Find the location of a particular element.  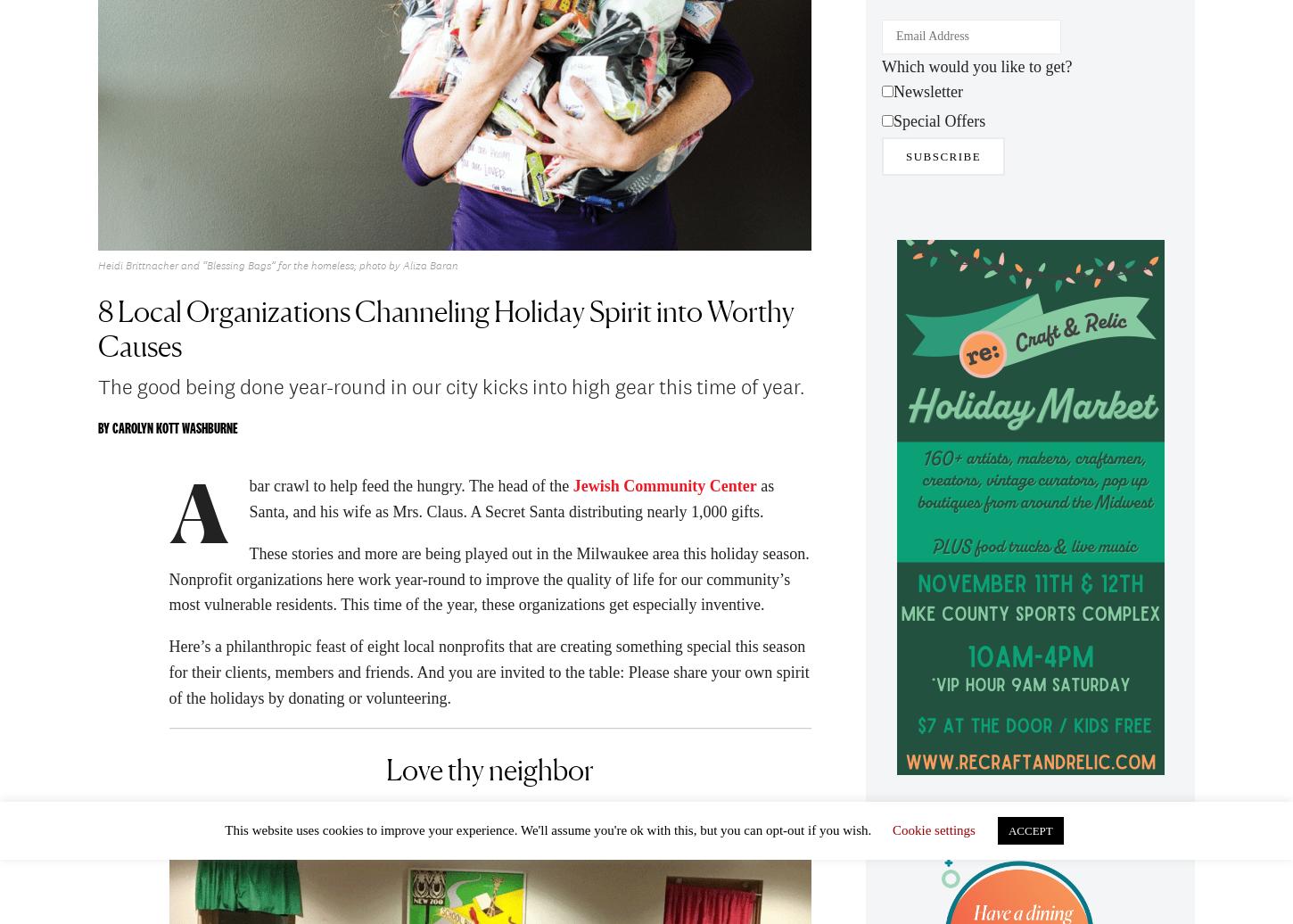

'This website uses cookies to improve your experience. We'll assume you're ok with this, but you can opt-out if you wish.' is located at coordinates (548, 829).